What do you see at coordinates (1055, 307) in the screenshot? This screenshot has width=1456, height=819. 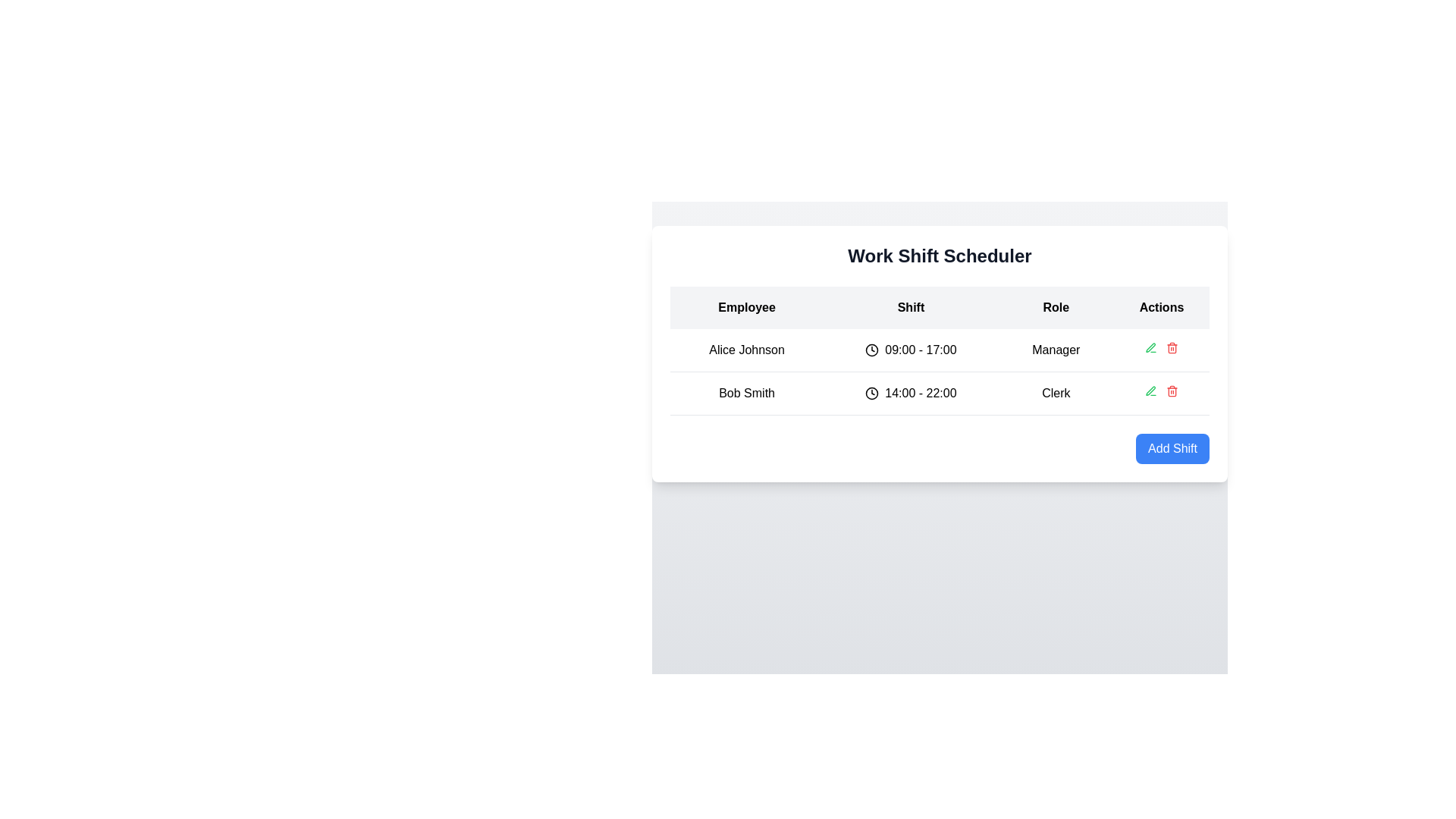 I see `the text label 'Role', which is styled in bold black font on a light gray background and is located in the third column of the header in the 'Work Shift Scheduler' panel` at bounding box center [1055, 307].